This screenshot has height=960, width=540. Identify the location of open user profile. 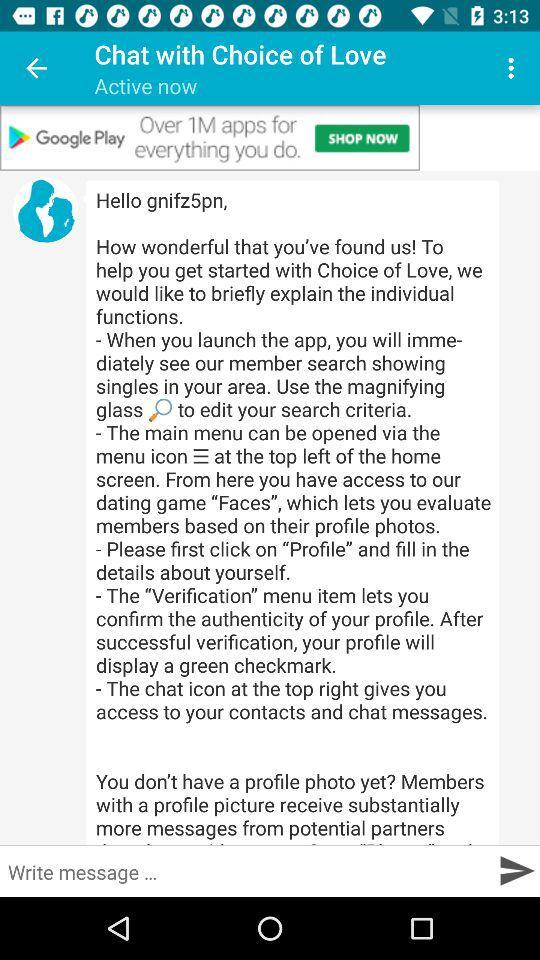
(45, 210).